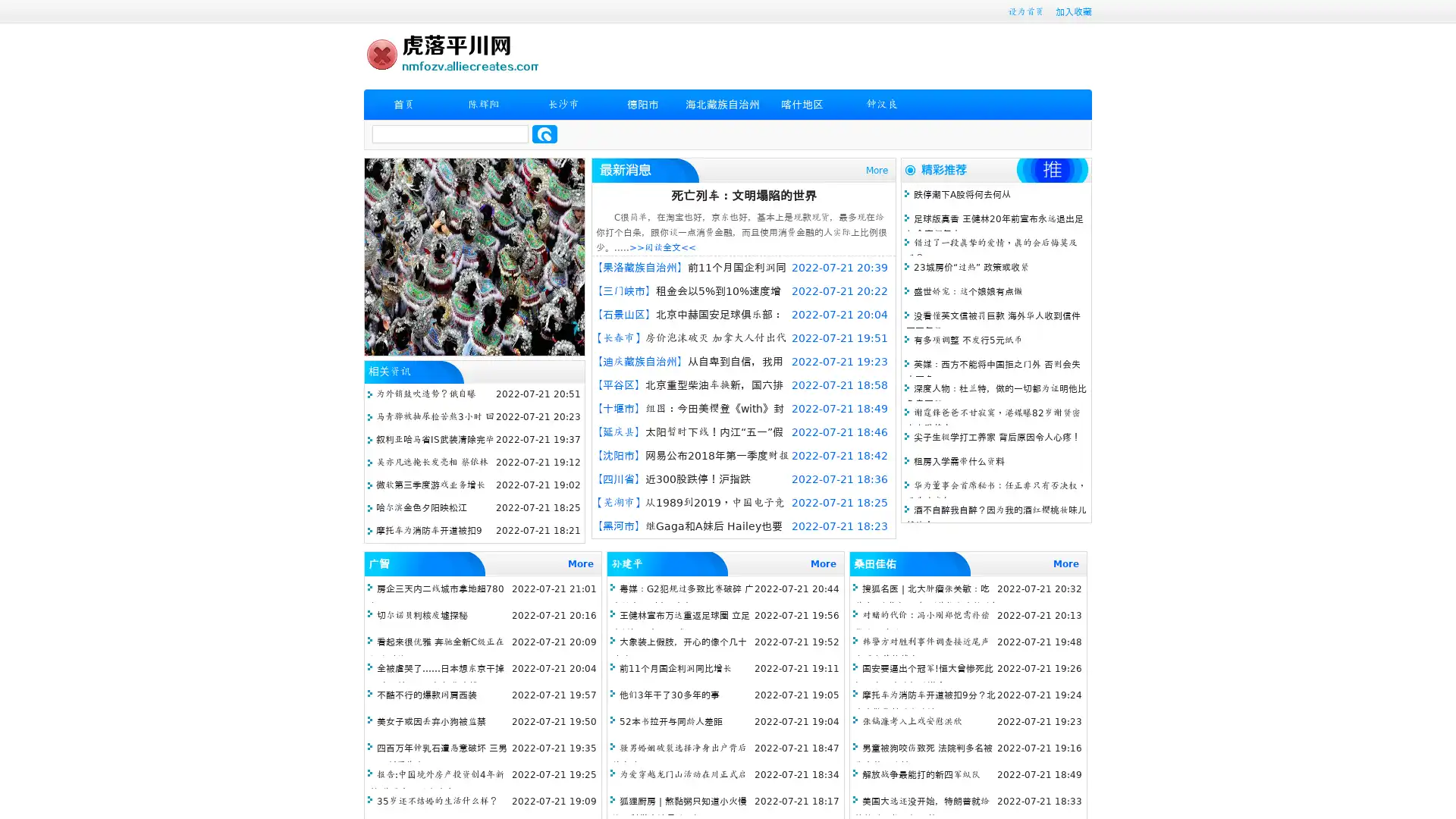 Image resolution: width=1456 pixels, height=819 pixels. What do you see at coordinates (544, 133) in the screenshot?
I see `Search` at bounding box center [544, 133].